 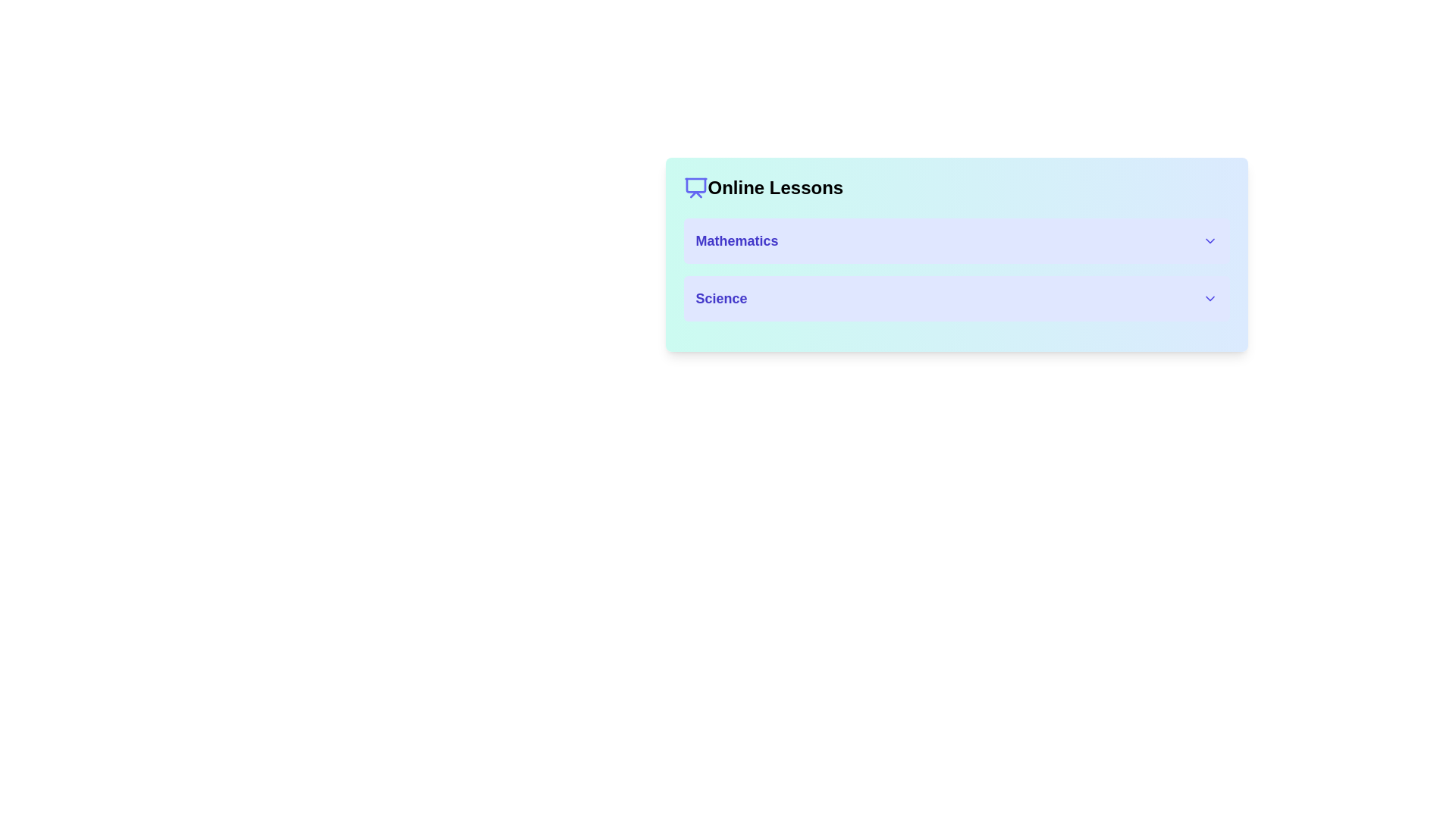 What do you see at coordinates (737, 240) in the screenshot?
I see `text label displaying 'Mathematics', which is styled with a bold indigo font and is part of a vertical list of items` at bounding box center [737, 240].